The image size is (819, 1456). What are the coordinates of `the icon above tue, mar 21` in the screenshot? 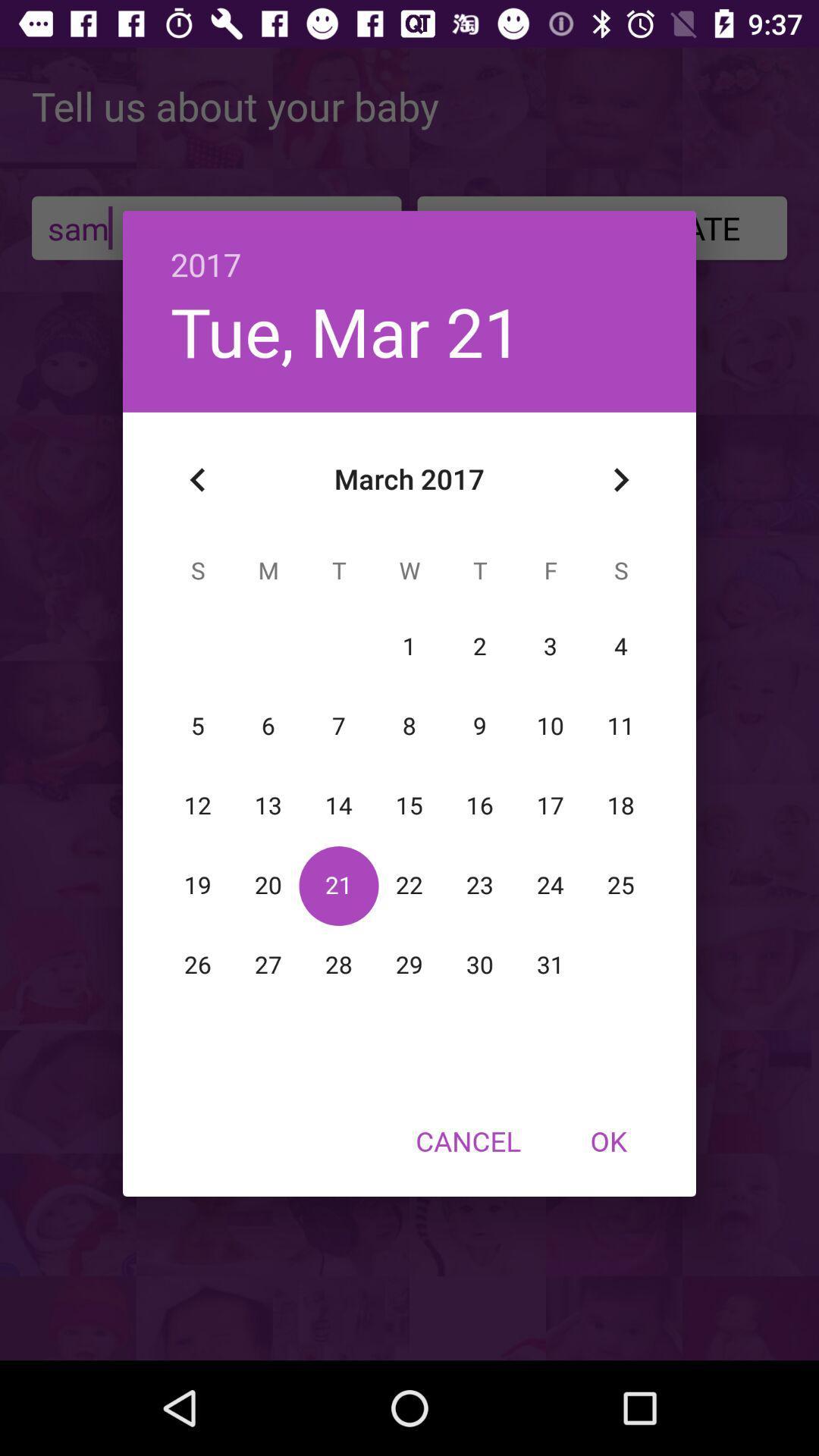 It's located at (409, 248).